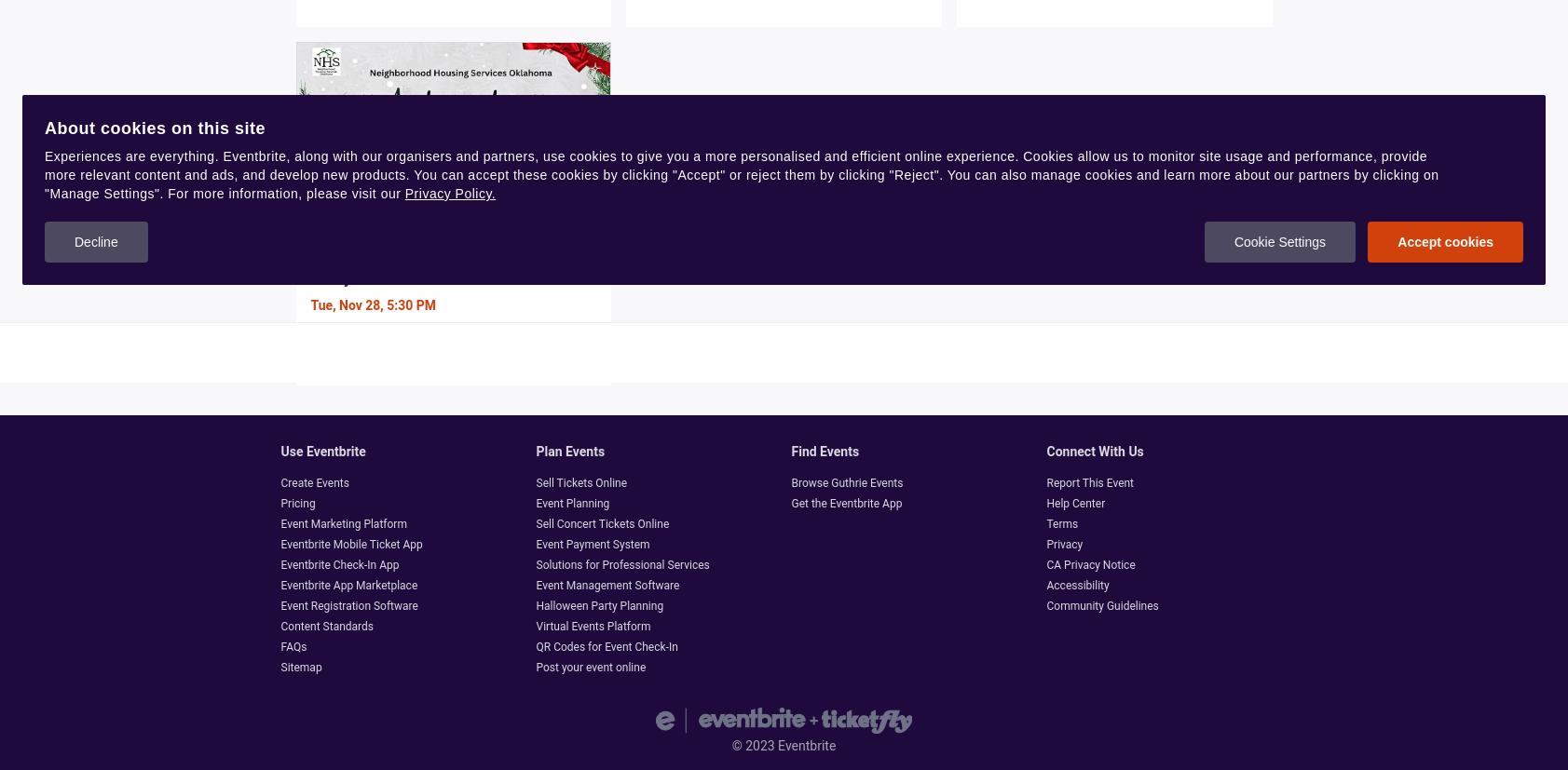 The image size is (1568, 770). I want to click on 'Accept cookies', so click(1445, 242).